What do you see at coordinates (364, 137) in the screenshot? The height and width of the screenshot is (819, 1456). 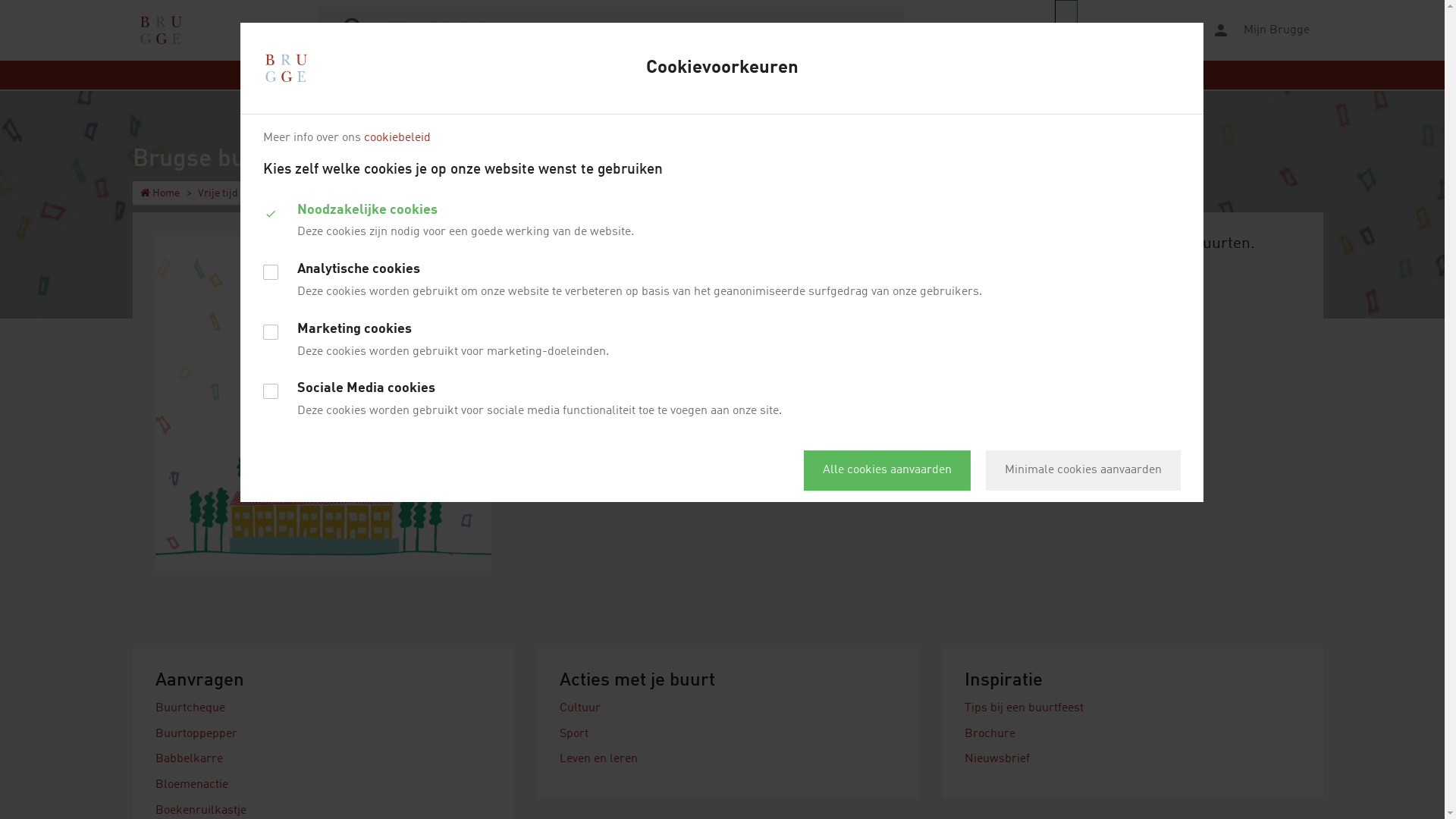 I see `'cookiebeleid'` at bounding box center [364, 137].